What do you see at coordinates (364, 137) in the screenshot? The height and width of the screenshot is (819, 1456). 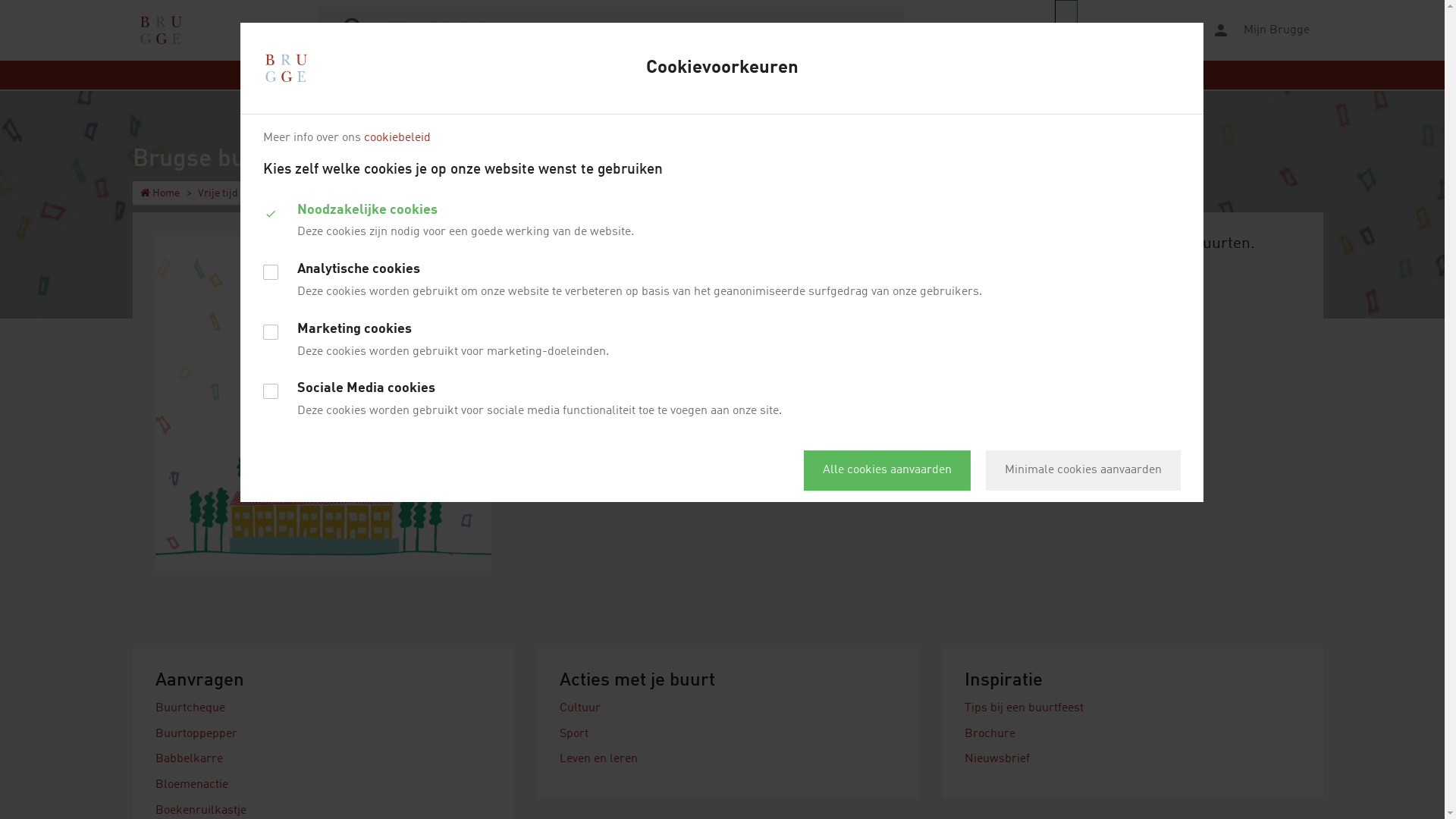 I see `'cookiebeleid'` at bounding box center [364, 137].